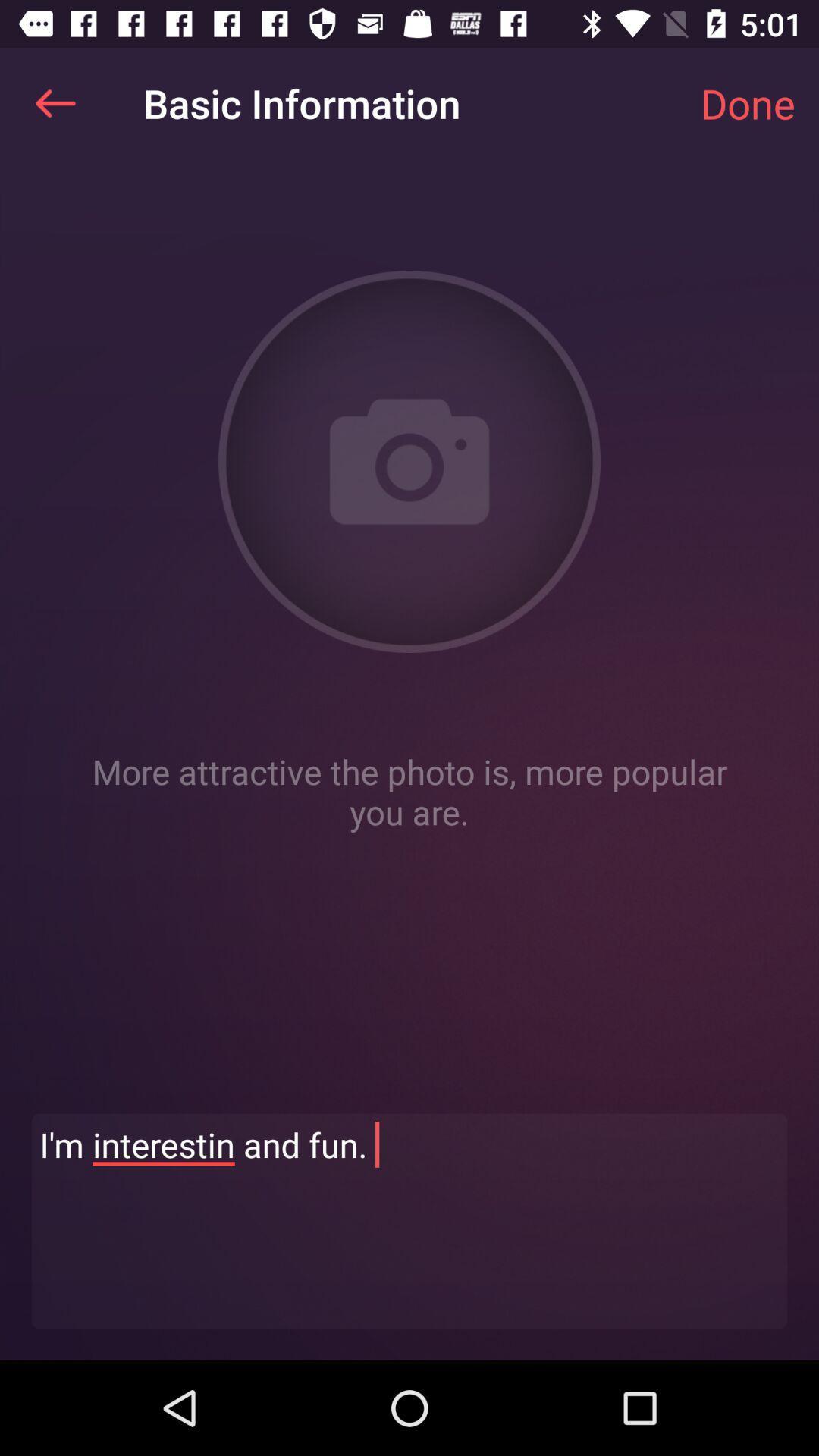 The height and width of the screenshot is (1456, 819). I want to click on go back, so click(55, 102).